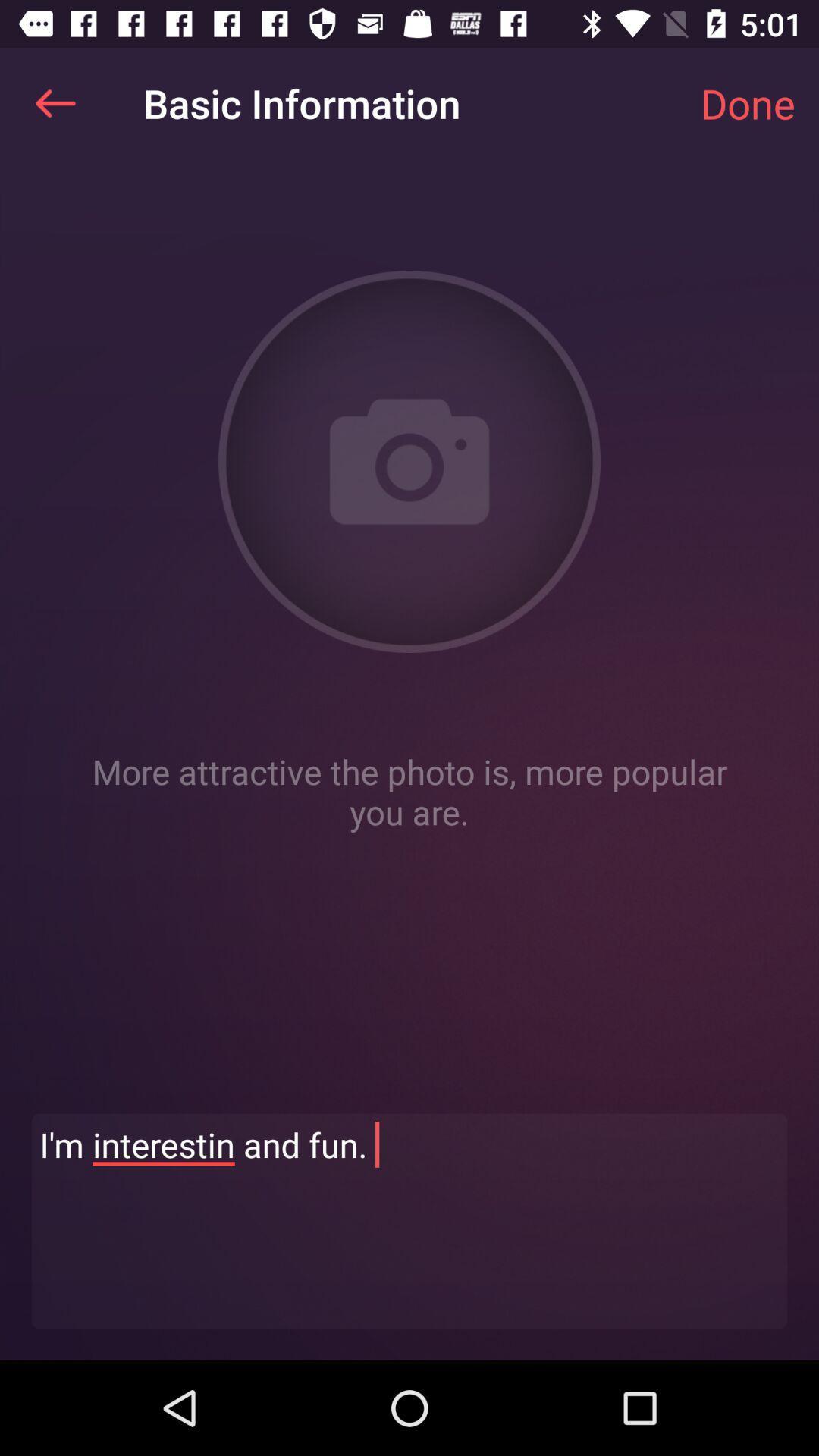 The height and width of the screenshot is (1456, 819). I want to click on go back, so click(55, 102).